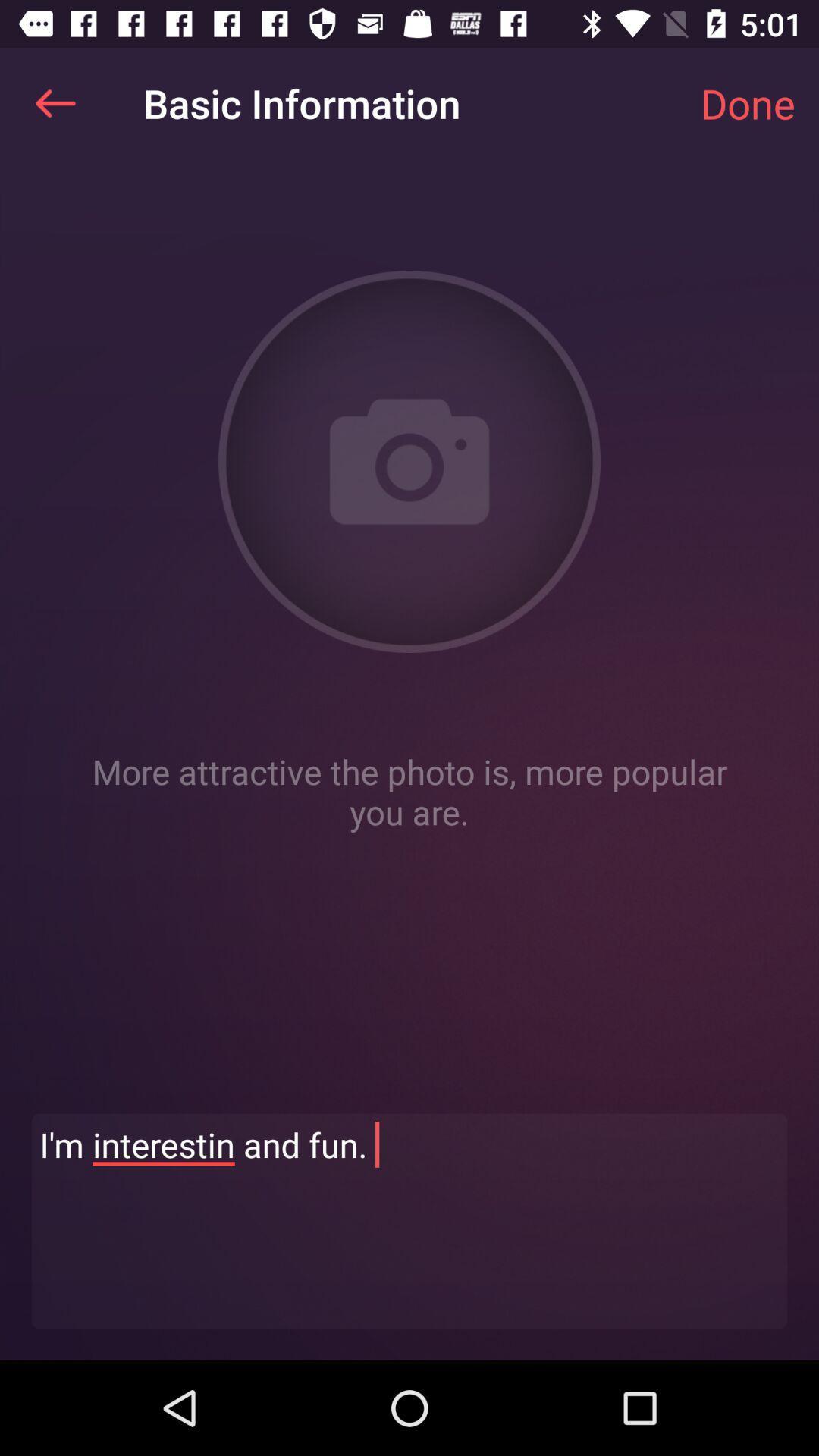 The height and width of the screenshot is (1456, 819). I want to click on go back, so click(55, 102).